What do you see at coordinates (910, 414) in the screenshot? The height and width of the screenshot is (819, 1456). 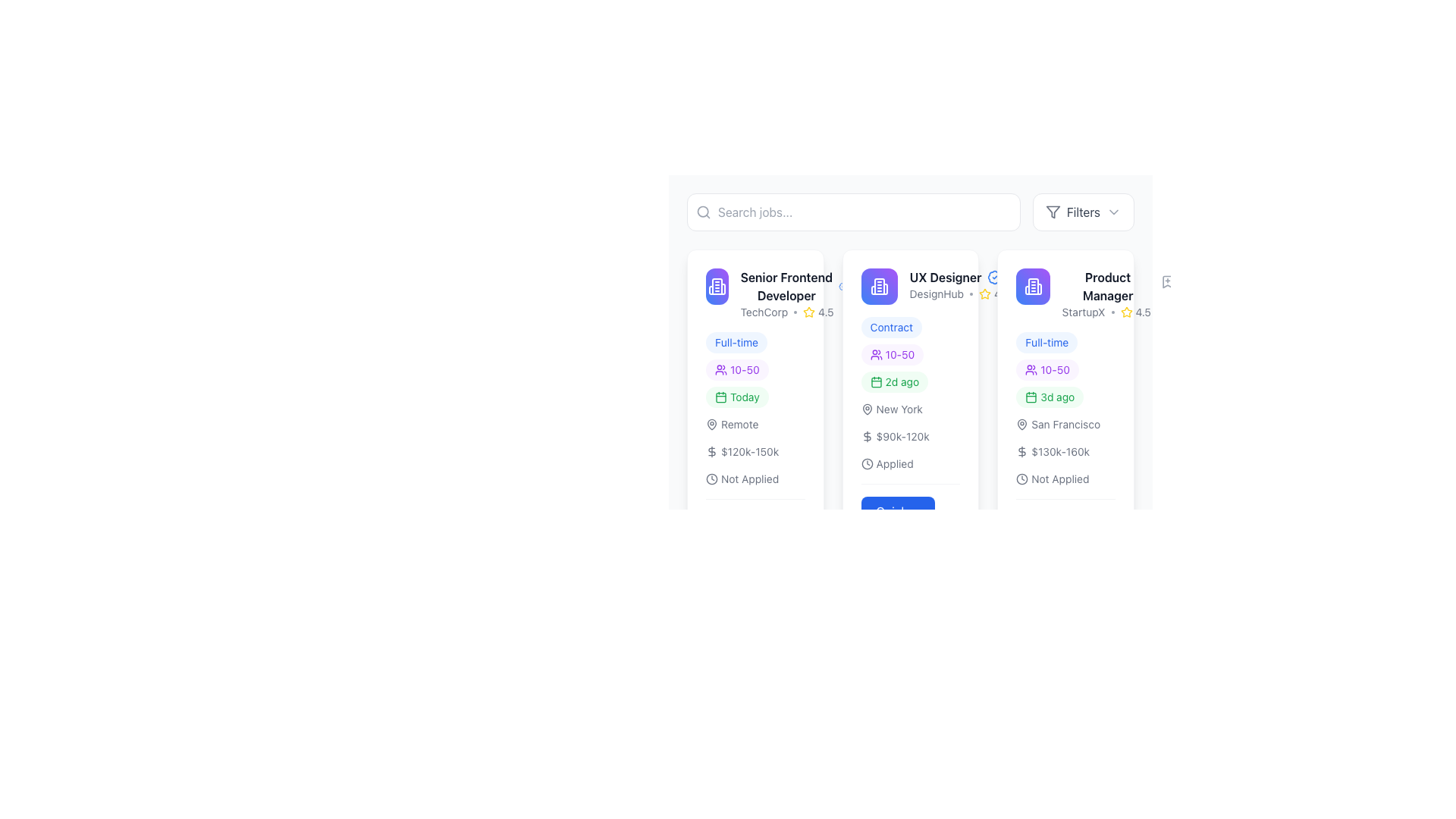 I see `individual buttons or labels within the job listing card for 'UX Designer' at 'DesignHub', which is the second item in the grid of job listings` at bounding box center [910, 414].